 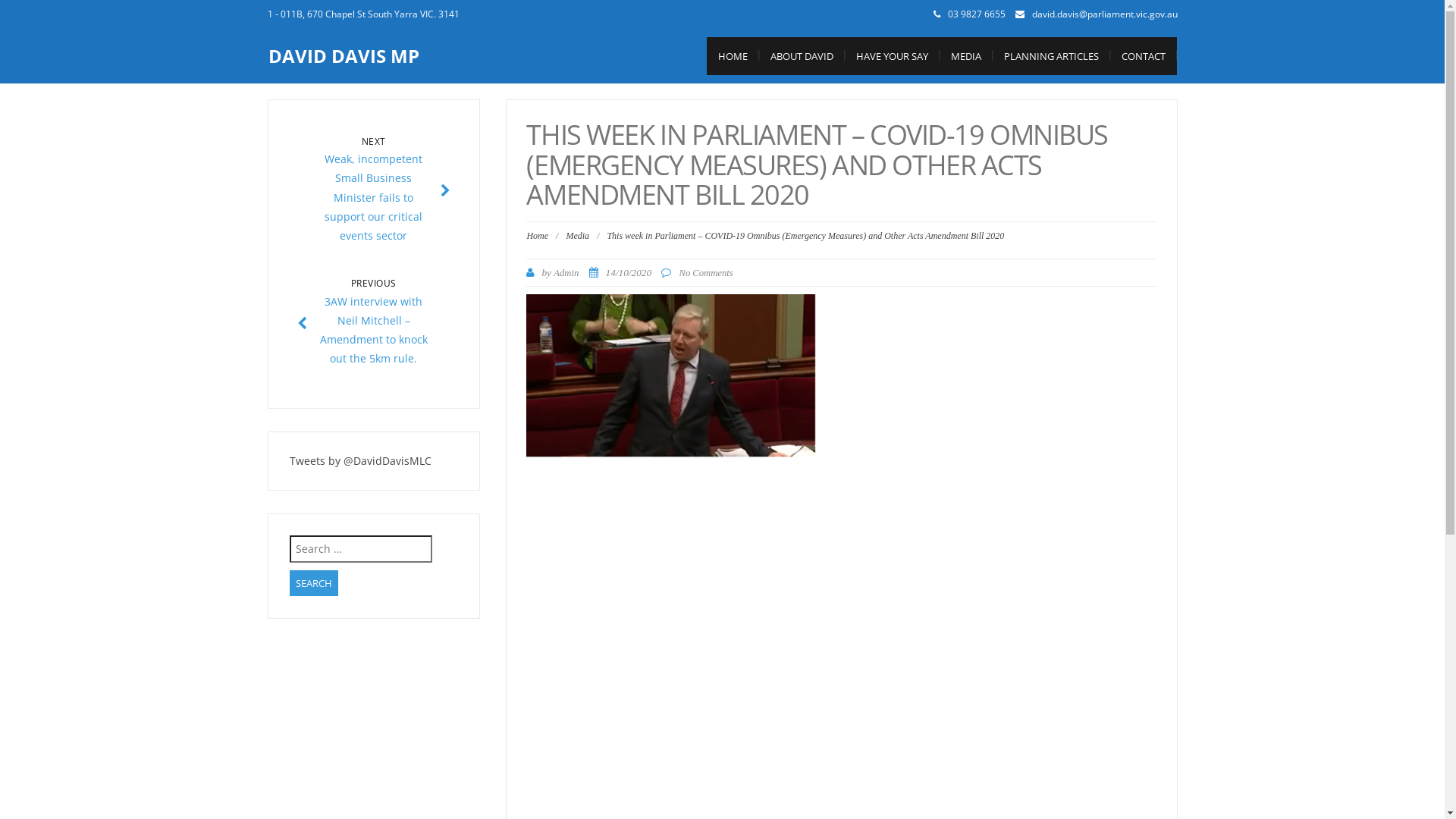 I want to click on 'david.davis@parliament.vic.gov.au', so click(x=1103, y=14).